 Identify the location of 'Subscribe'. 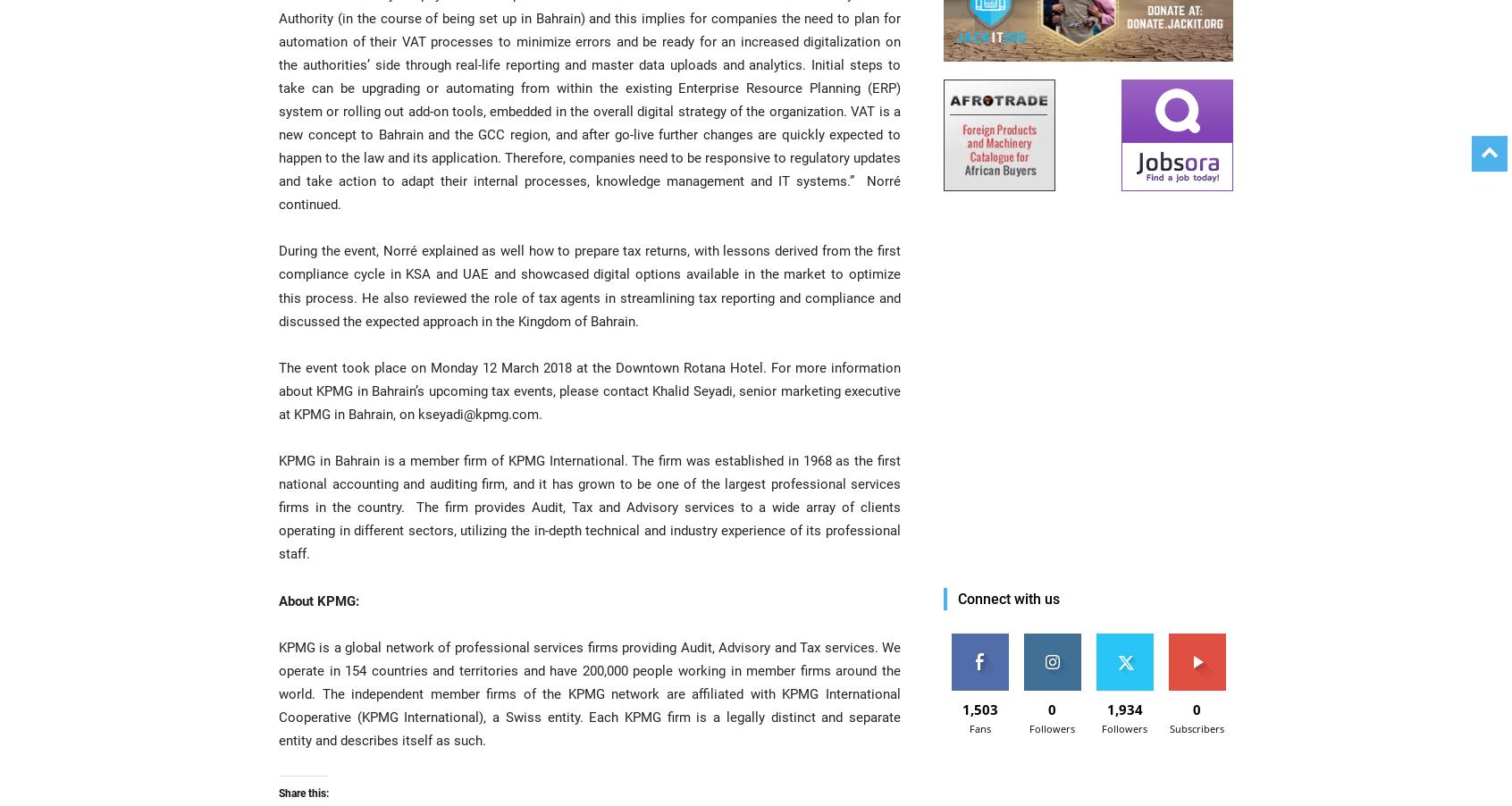
(1196, 640).